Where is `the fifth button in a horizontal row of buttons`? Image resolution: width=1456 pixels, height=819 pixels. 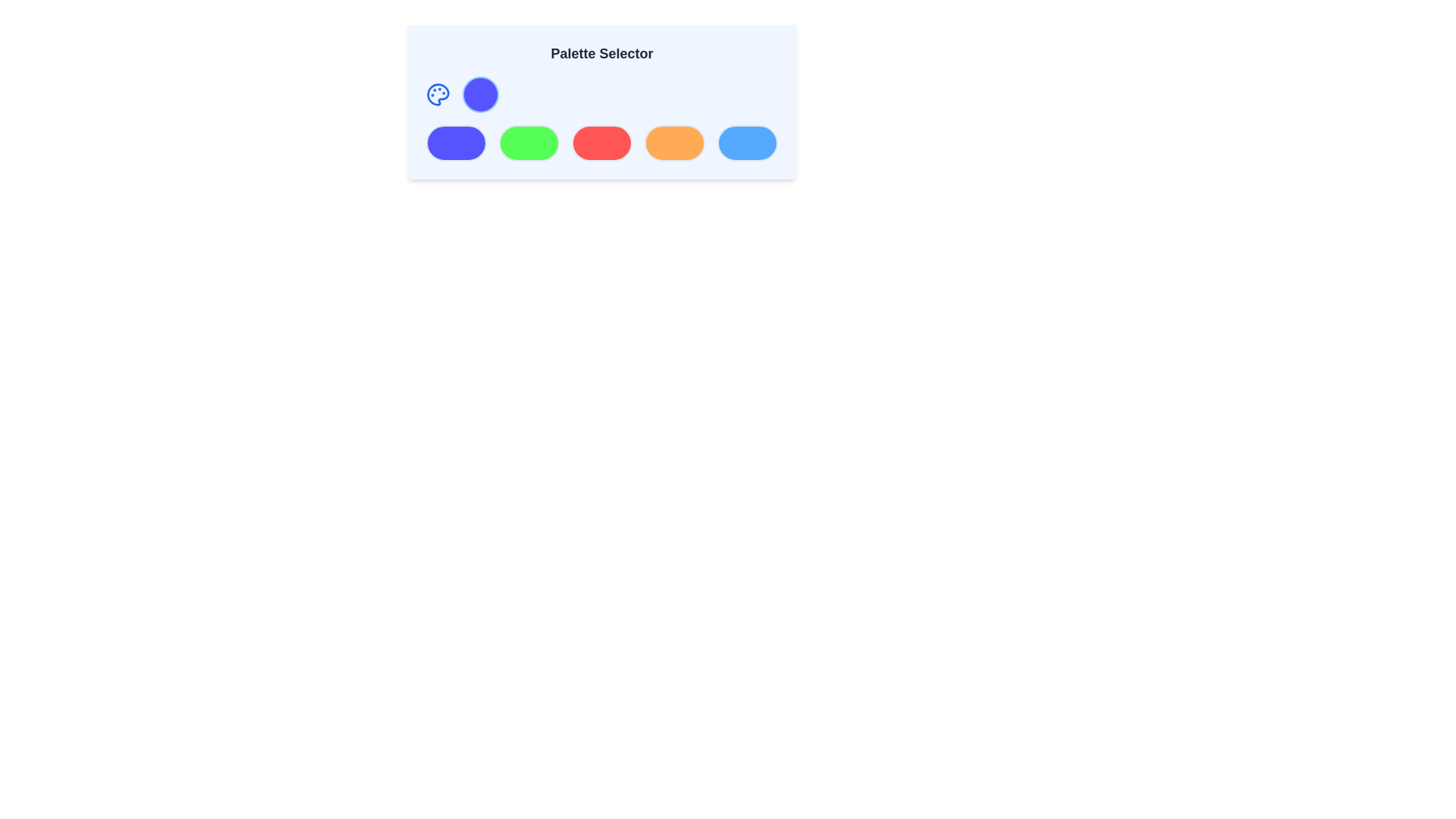
the fifth button in a horizontal row of buttons is located at coordinates (747, 143).